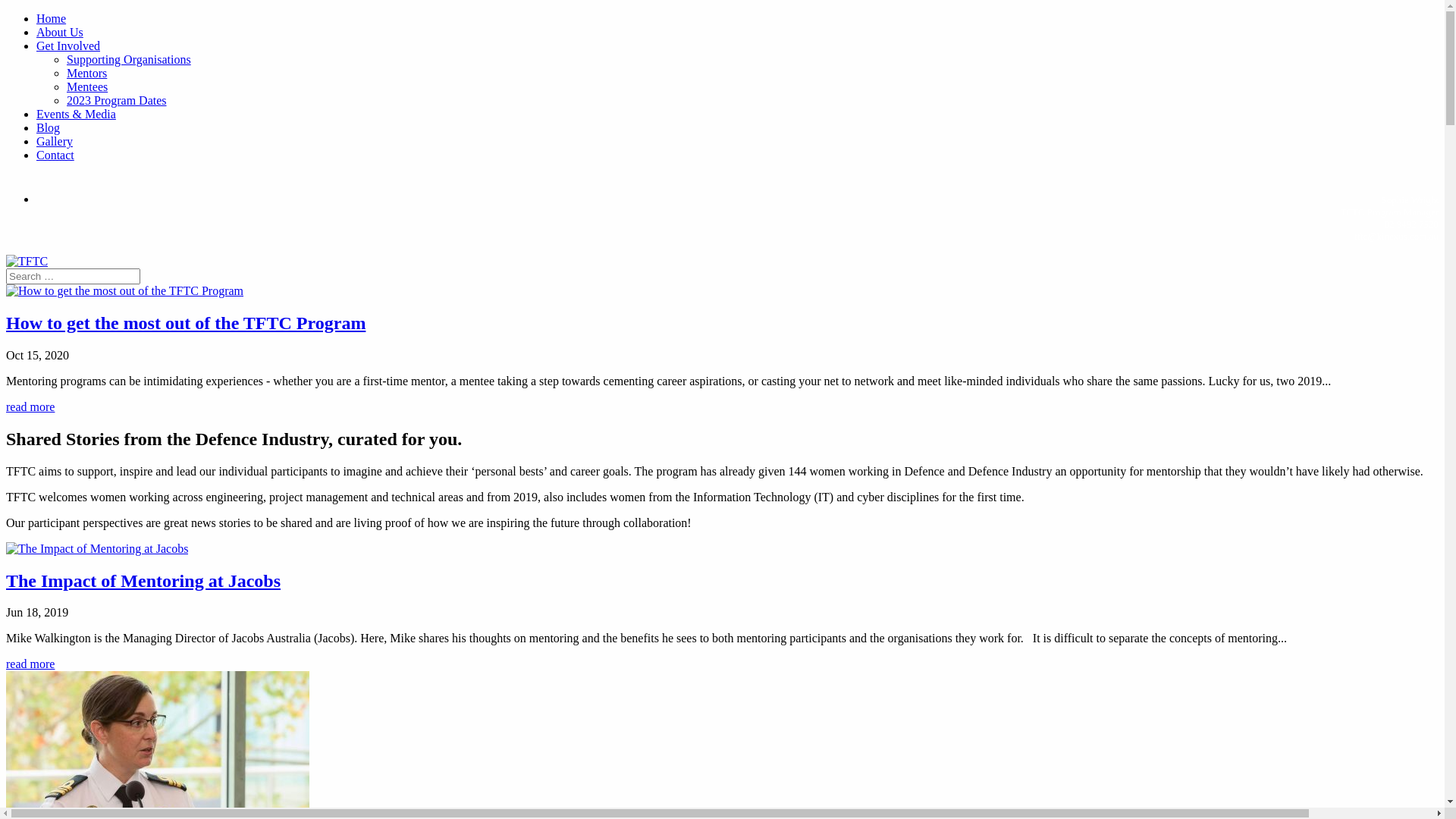 Image resolution: width=1456 pixels, height=819 pixels. What do you see at coordinates (67, 45) in the screenshot?
I see `'Get Involved'` at bounding box center [67, 45].